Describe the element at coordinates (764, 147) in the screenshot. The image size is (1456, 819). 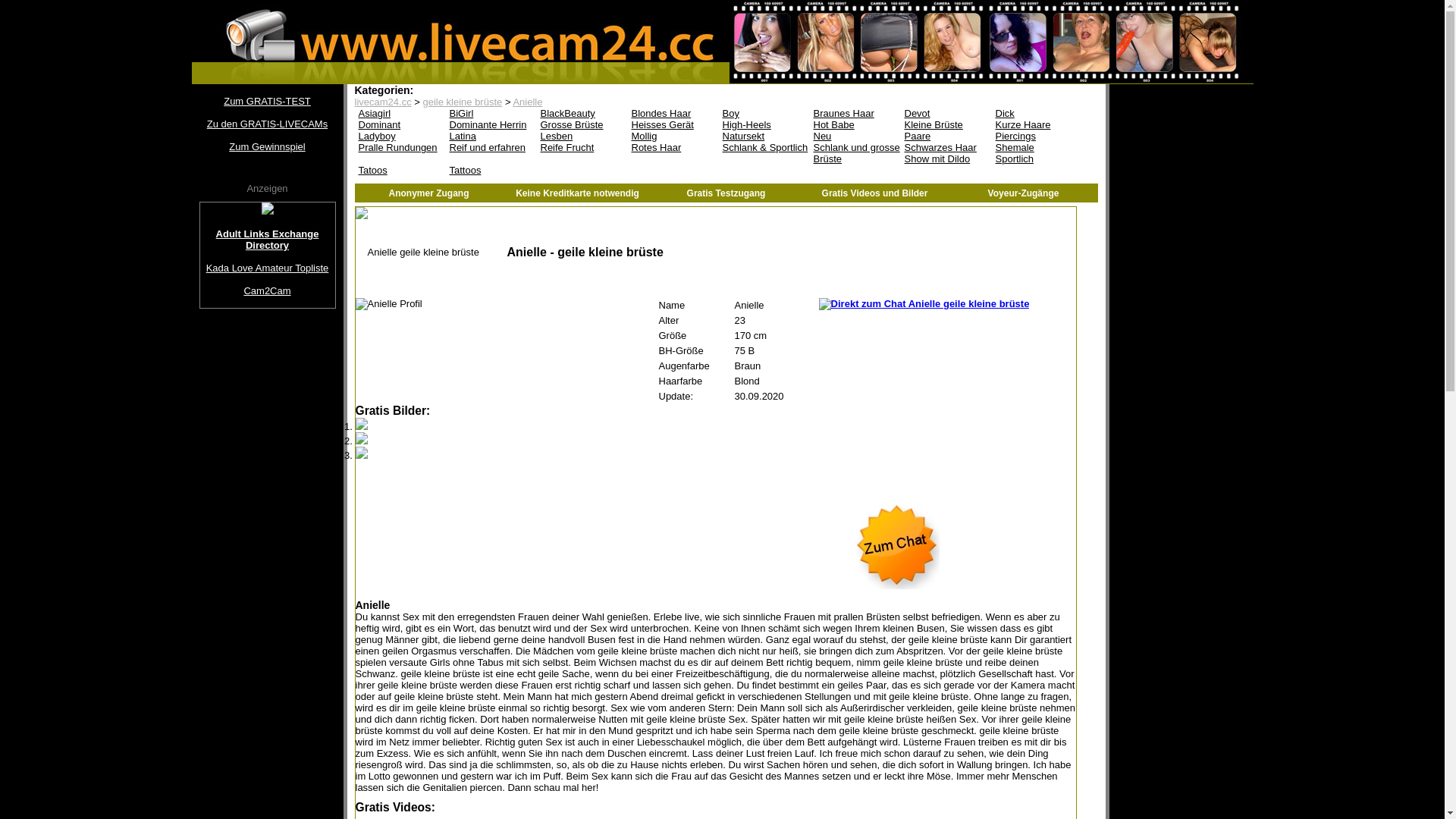
I see `'Schlank & Sportlich'` at that location.